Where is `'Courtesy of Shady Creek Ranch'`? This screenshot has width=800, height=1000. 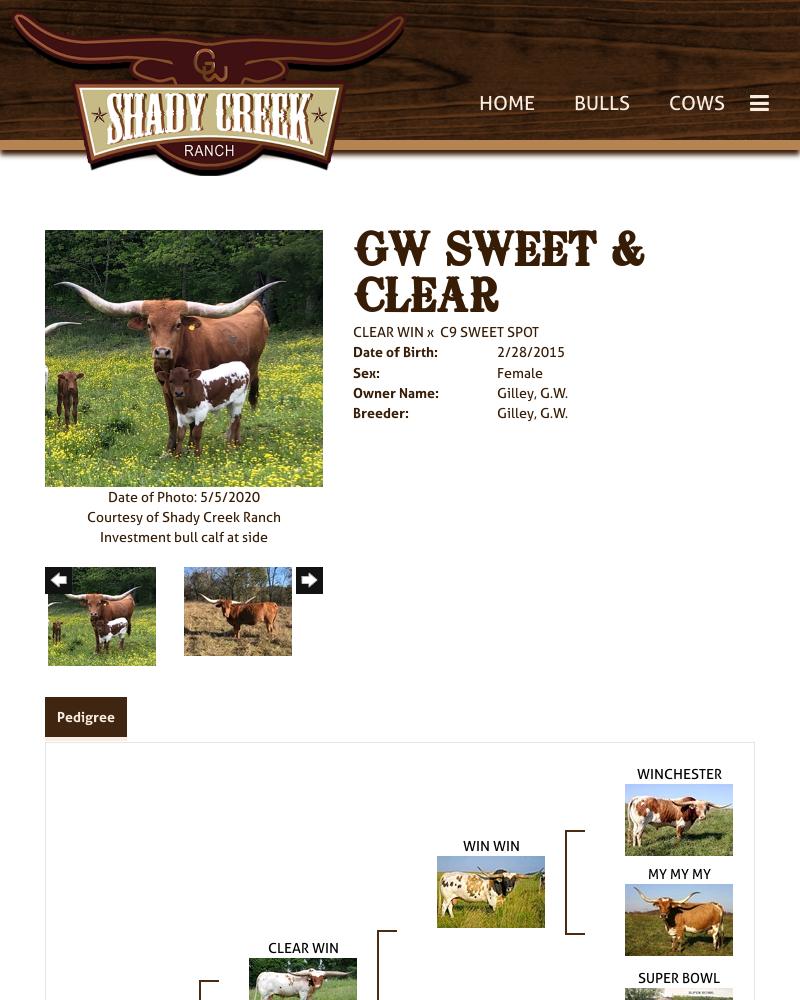 'Courtesy of Shady Creek Ranch' is located at coordinates (86, 515).